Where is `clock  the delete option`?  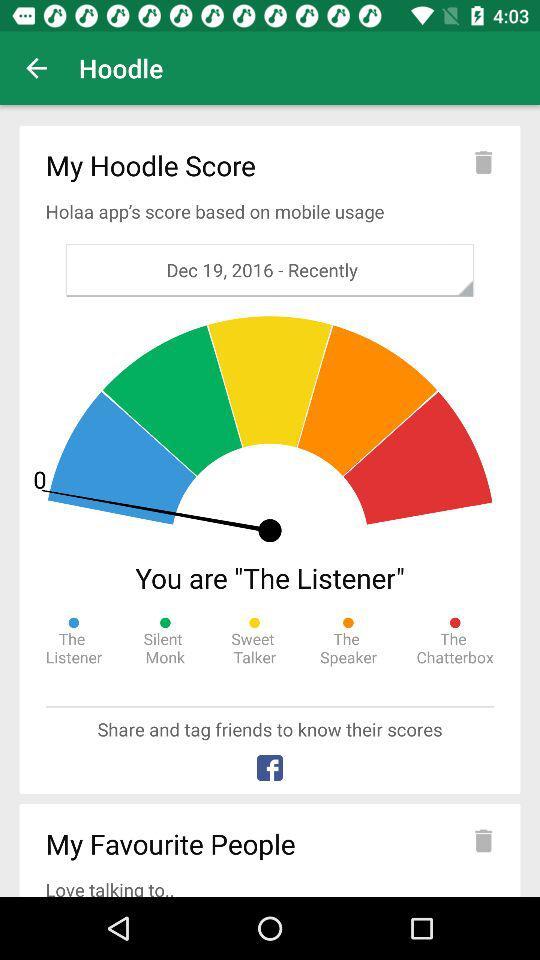 clock  the delete option is located at coordinates (483, 161).